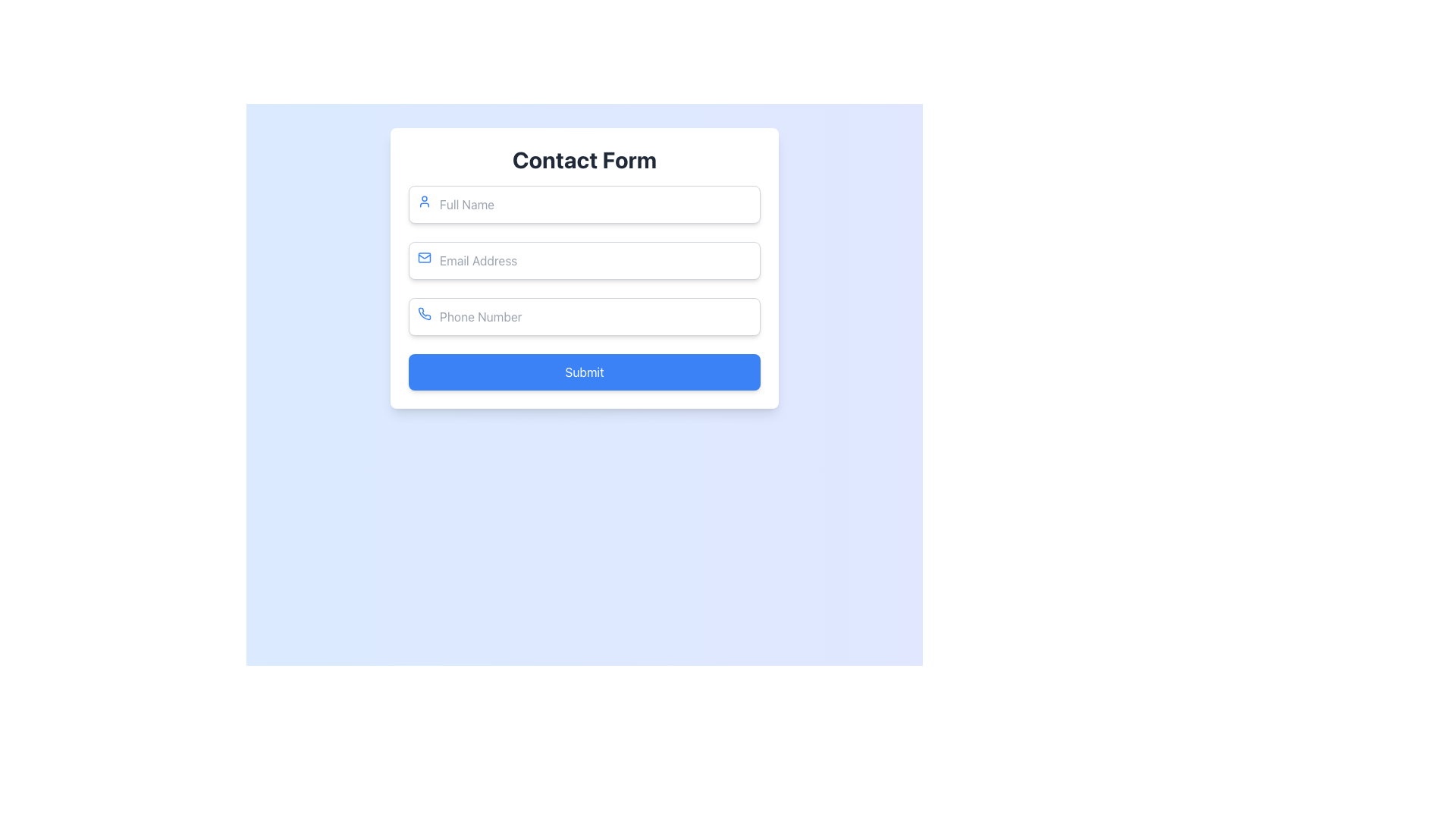 The height and width of the screenshot is (819, 1456). Describe the element at coordinates (425, 256) in the screenshot. I see `the envelope icon that visually indicates the adjacent input is intended for an email address, positioned to the left of the 'Email Address' input field` at that location.